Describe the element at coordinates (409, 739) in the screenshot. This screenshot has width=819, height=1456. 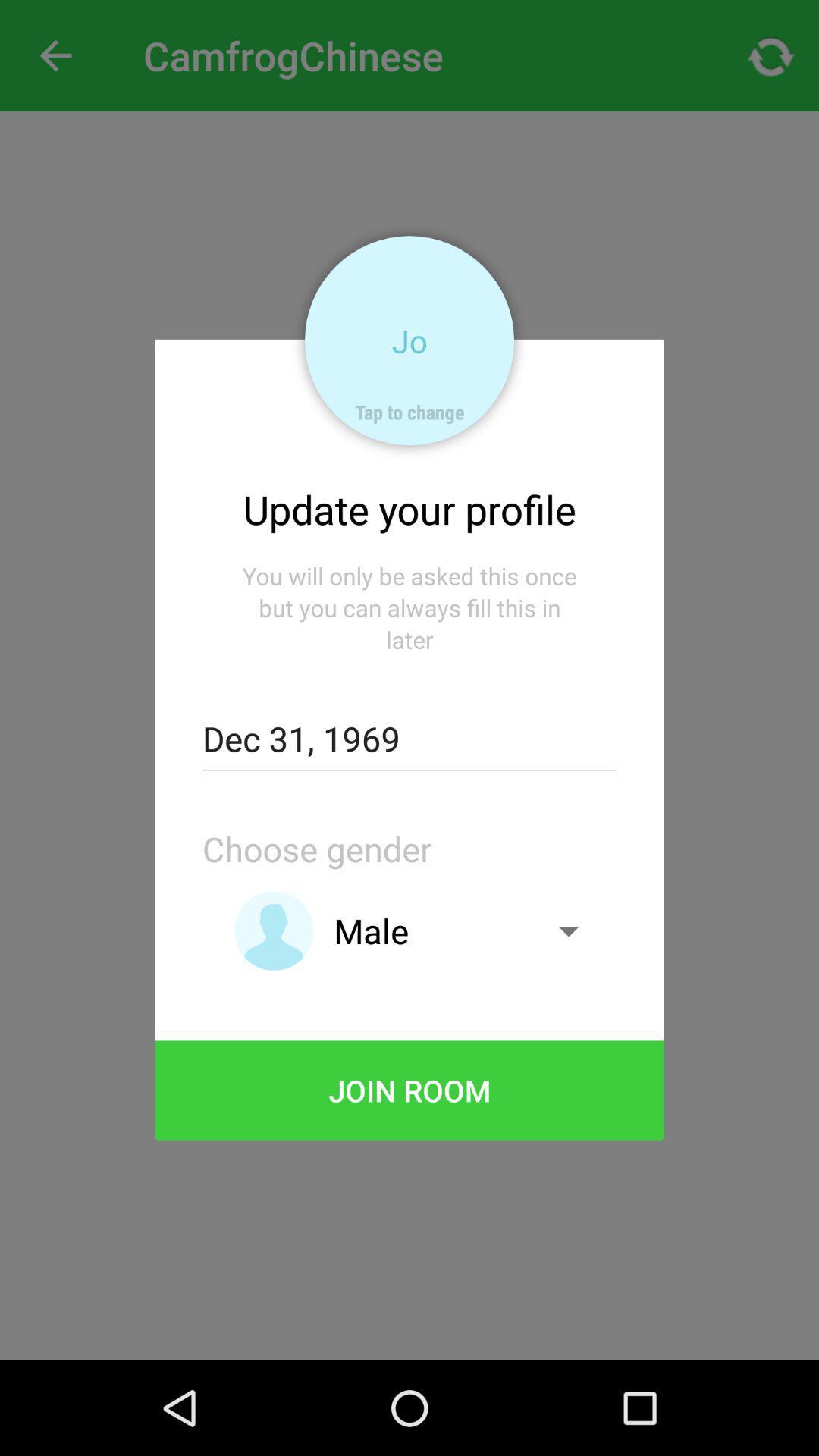
I see `dec 31, 1969 icon` at that location.